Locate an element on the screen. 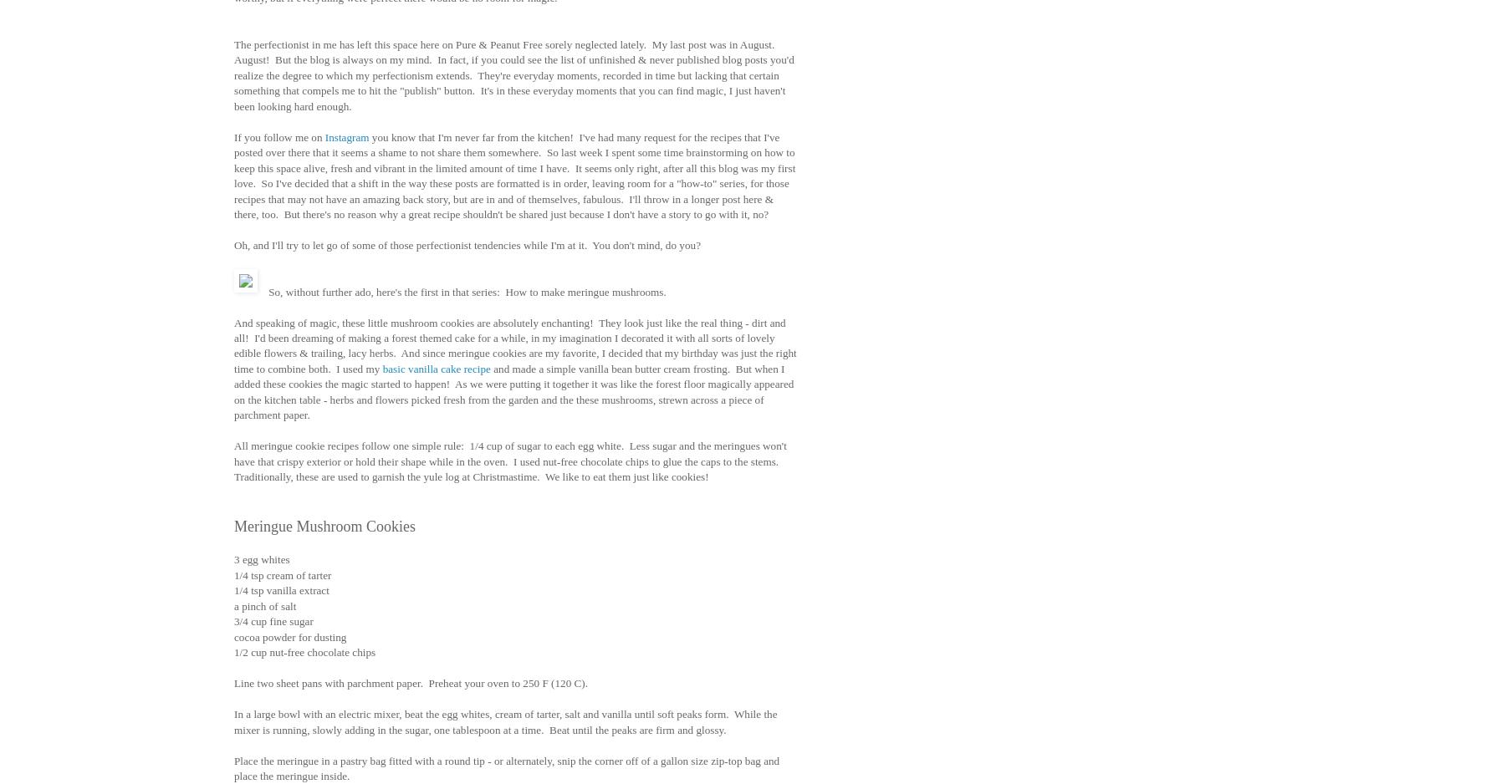 Image resolution: width=1512 pixels, height=784 pixels. 'Place the meringue in a pastry bag fitted with a round tip - or alternately, snip the corner off of a gallon size zip-top bag and place the meringue inside.' is located at coordinates (507, 766).